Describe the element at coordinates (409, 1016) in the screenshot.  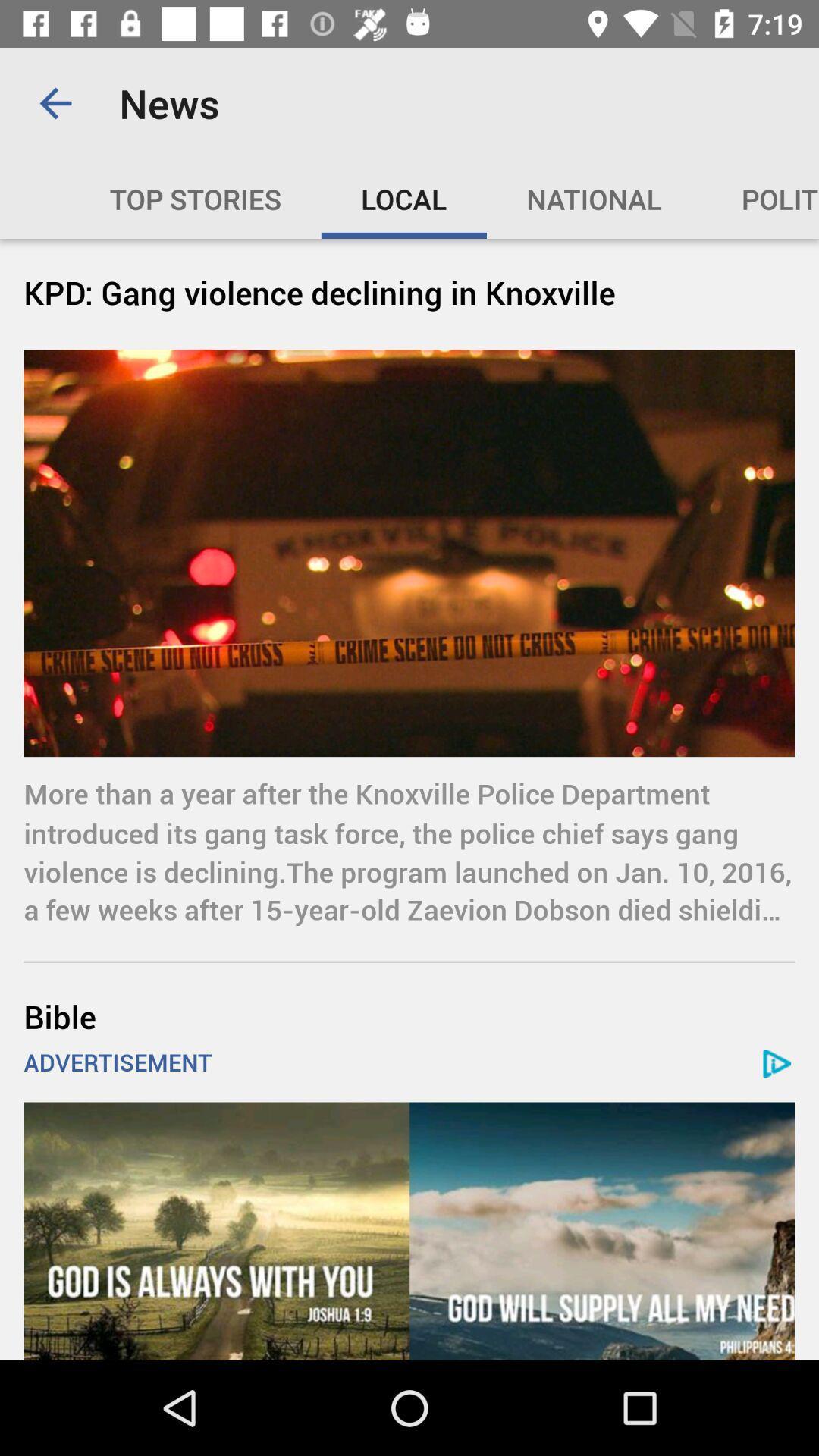
I see `icon above advertisement icon` at that location.